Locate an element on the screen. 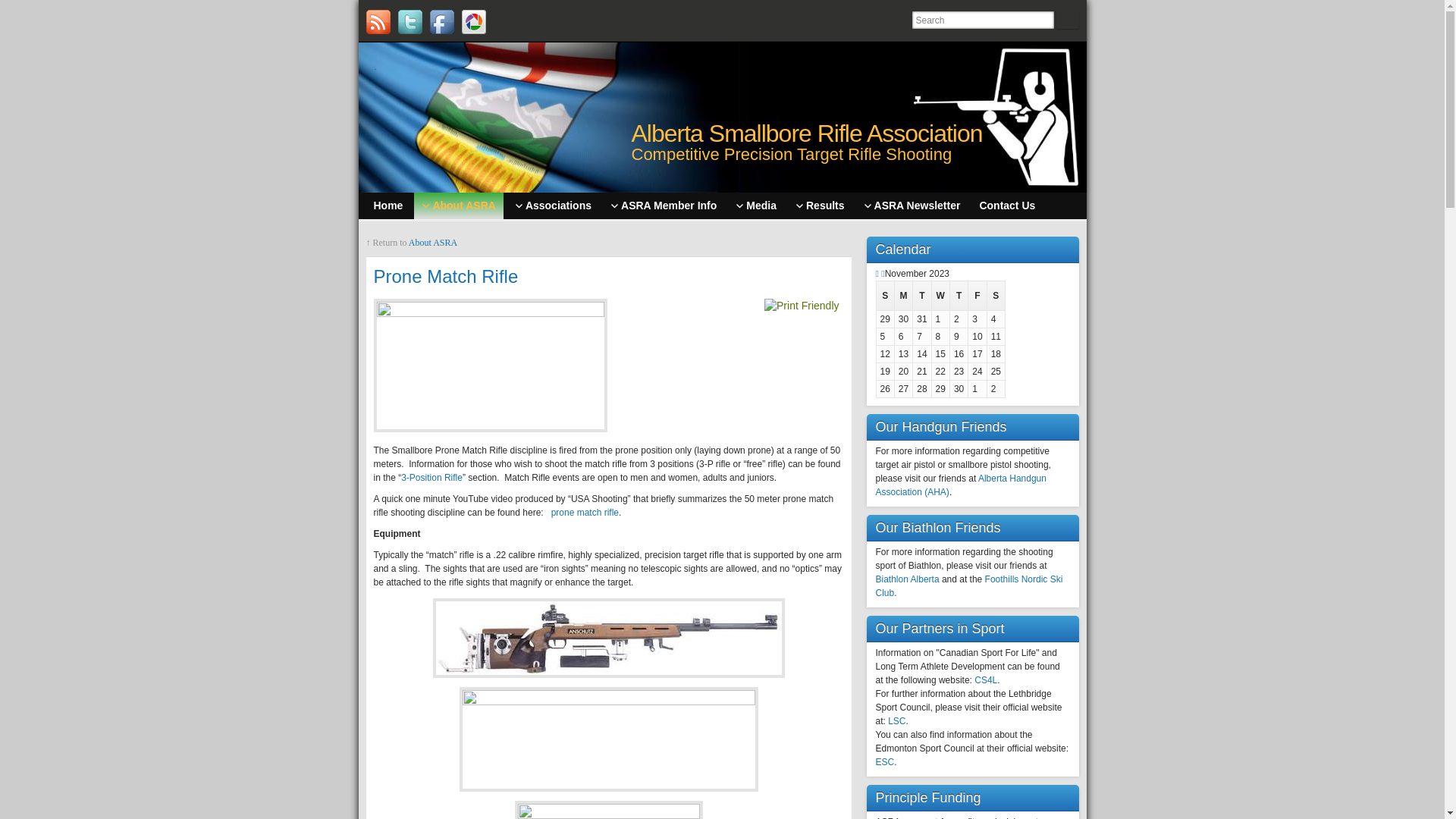 This screenshot has height=819, width=1456. 'ASRA Newsletter' is located at coordinates (855, 206).